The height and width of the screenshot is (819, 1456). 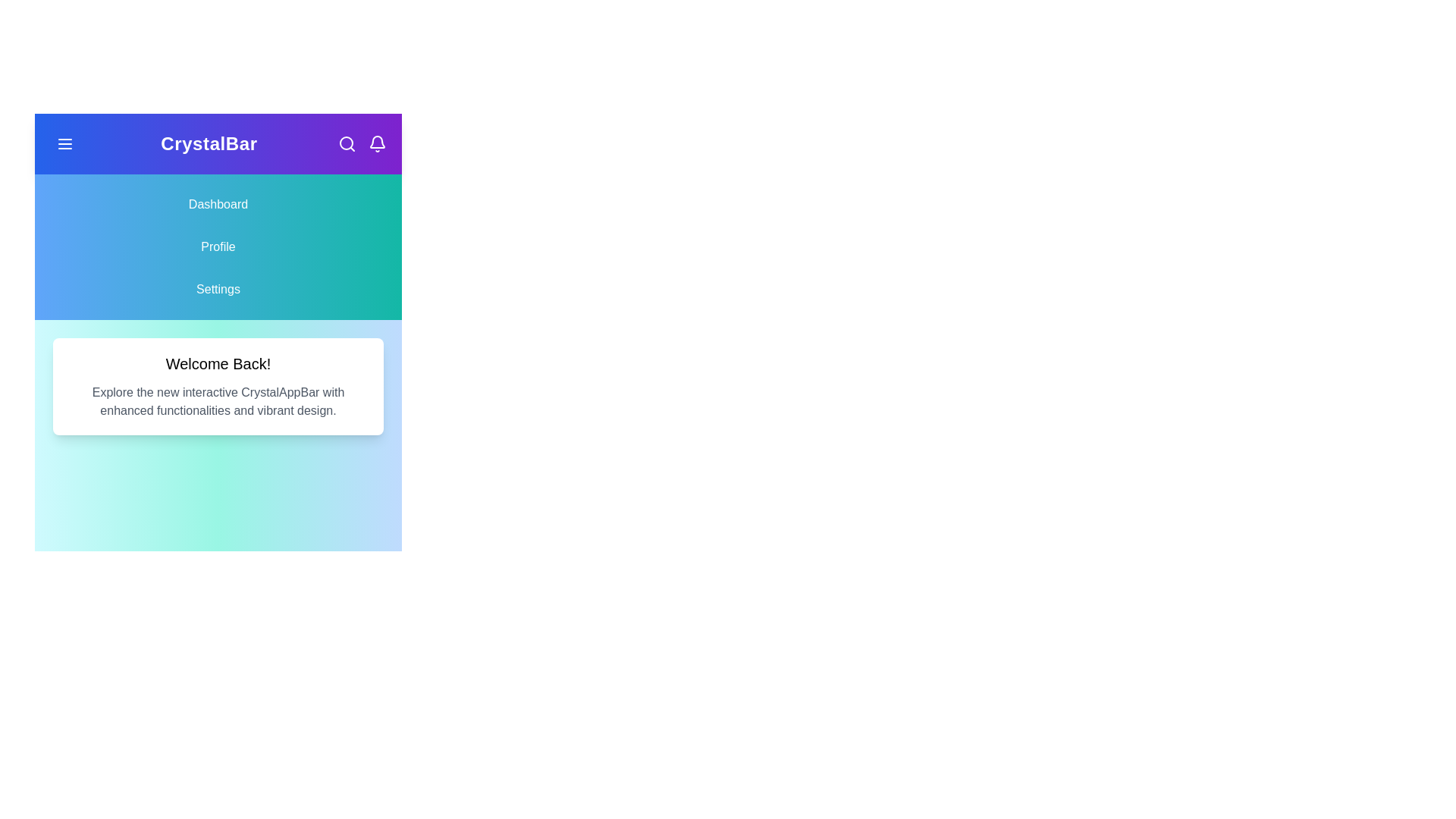 I want to click on the Profile navigation item to navigate to the corresponding section, so click(x=218, y=246).